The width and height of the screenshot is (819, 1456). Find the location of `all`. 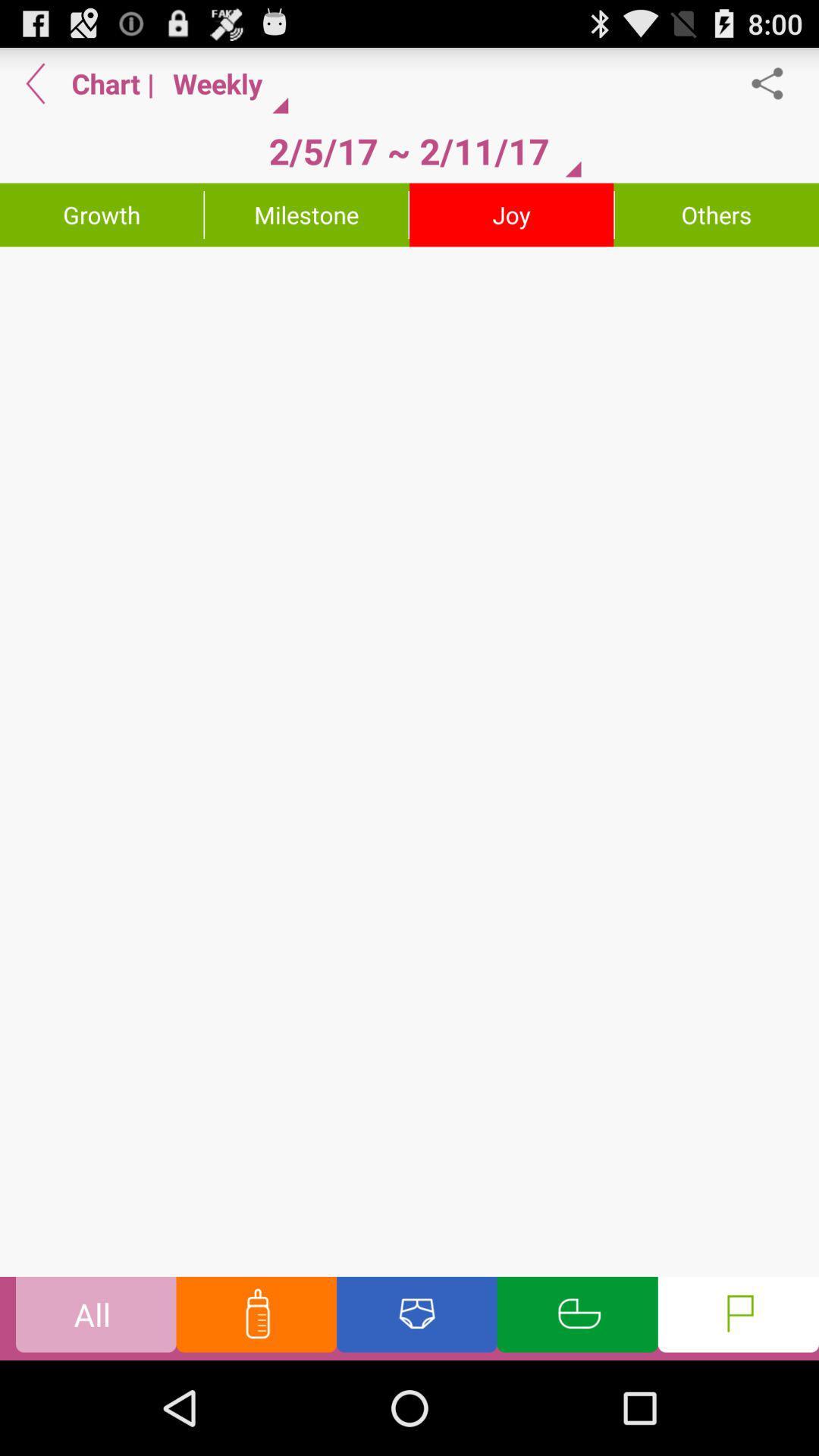

all is located at coordinates (96, 1317).